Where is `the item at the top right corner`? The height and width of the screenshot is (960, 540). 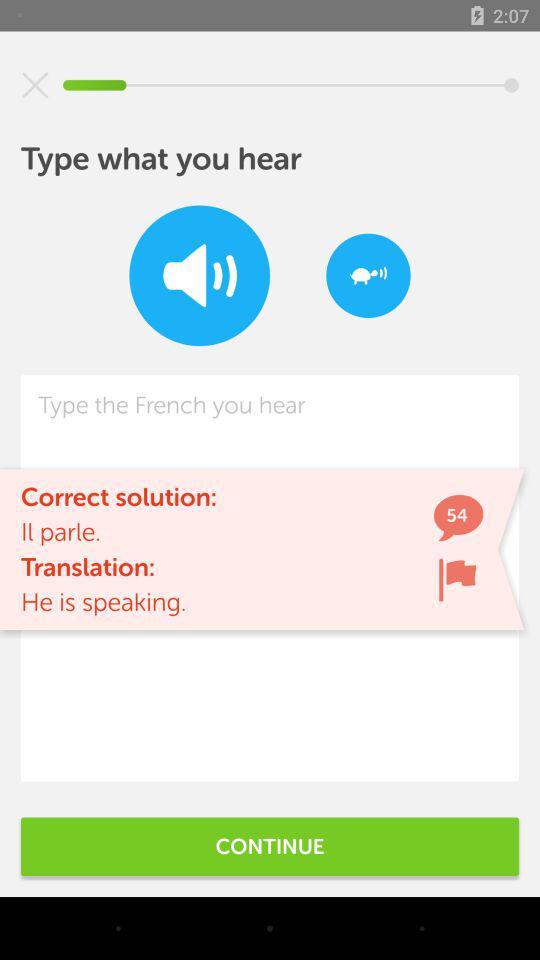
the item at the top right corner is located at coordinates (367, 274).